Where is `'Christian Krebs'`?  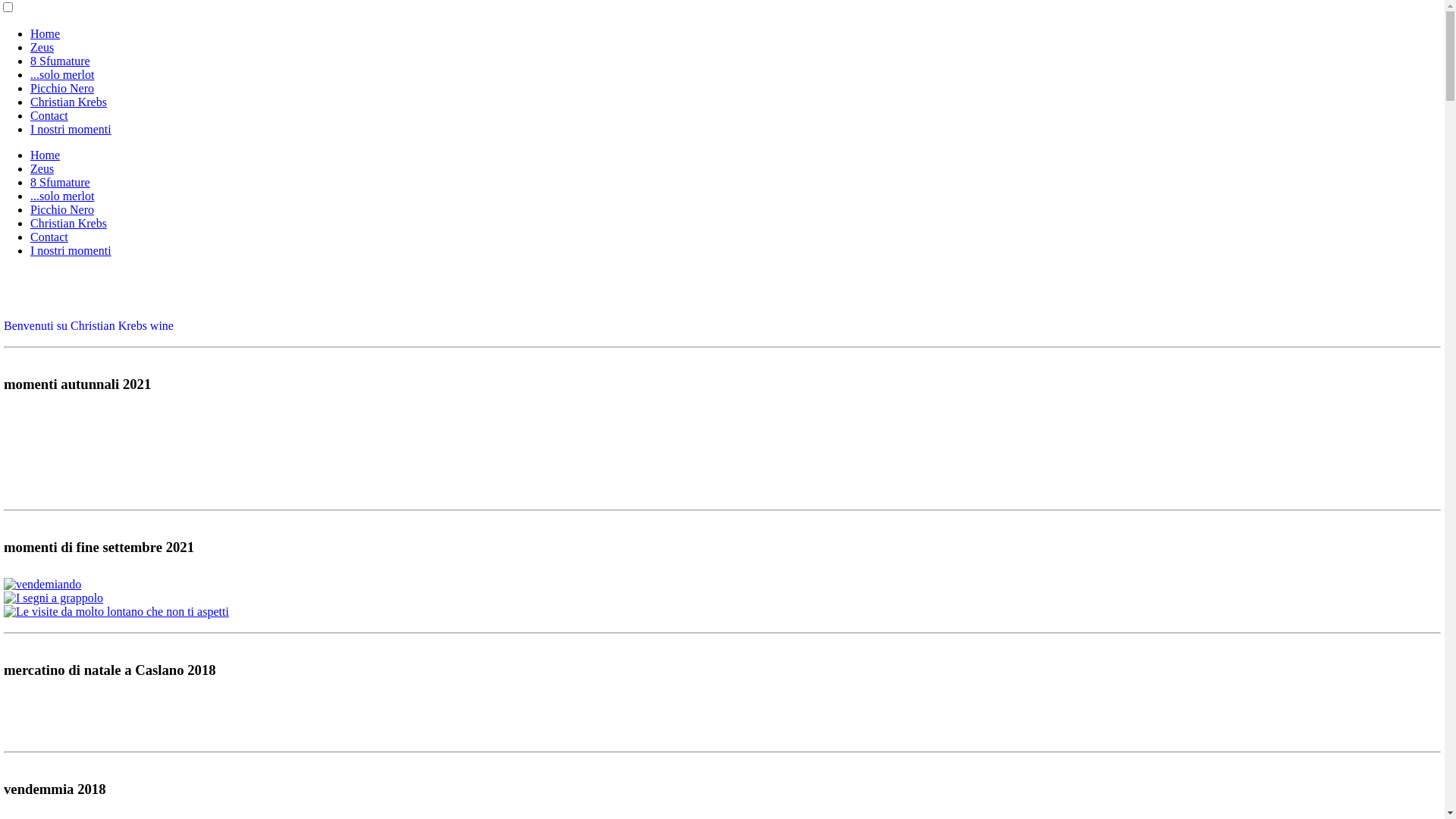
'Christian Krebs' is located at coordinates (67, 102).